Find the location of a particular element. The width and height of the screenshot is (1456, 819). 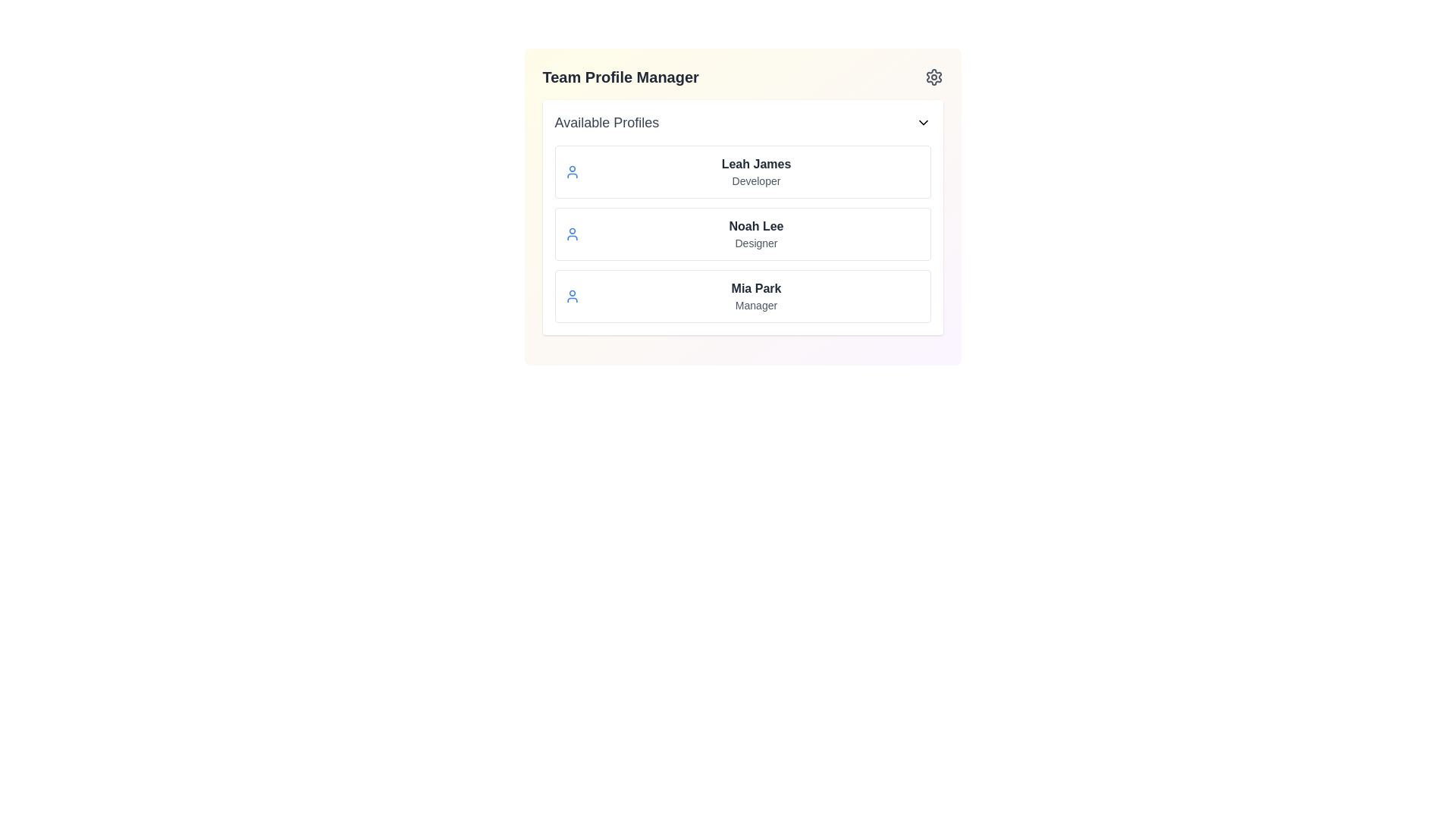

the profile entry displaying the name 'Mia Park' in the third entry of the 'Available Profiles' section within the 'Team Profile Manager' interface is located at coordinates (756, 289).